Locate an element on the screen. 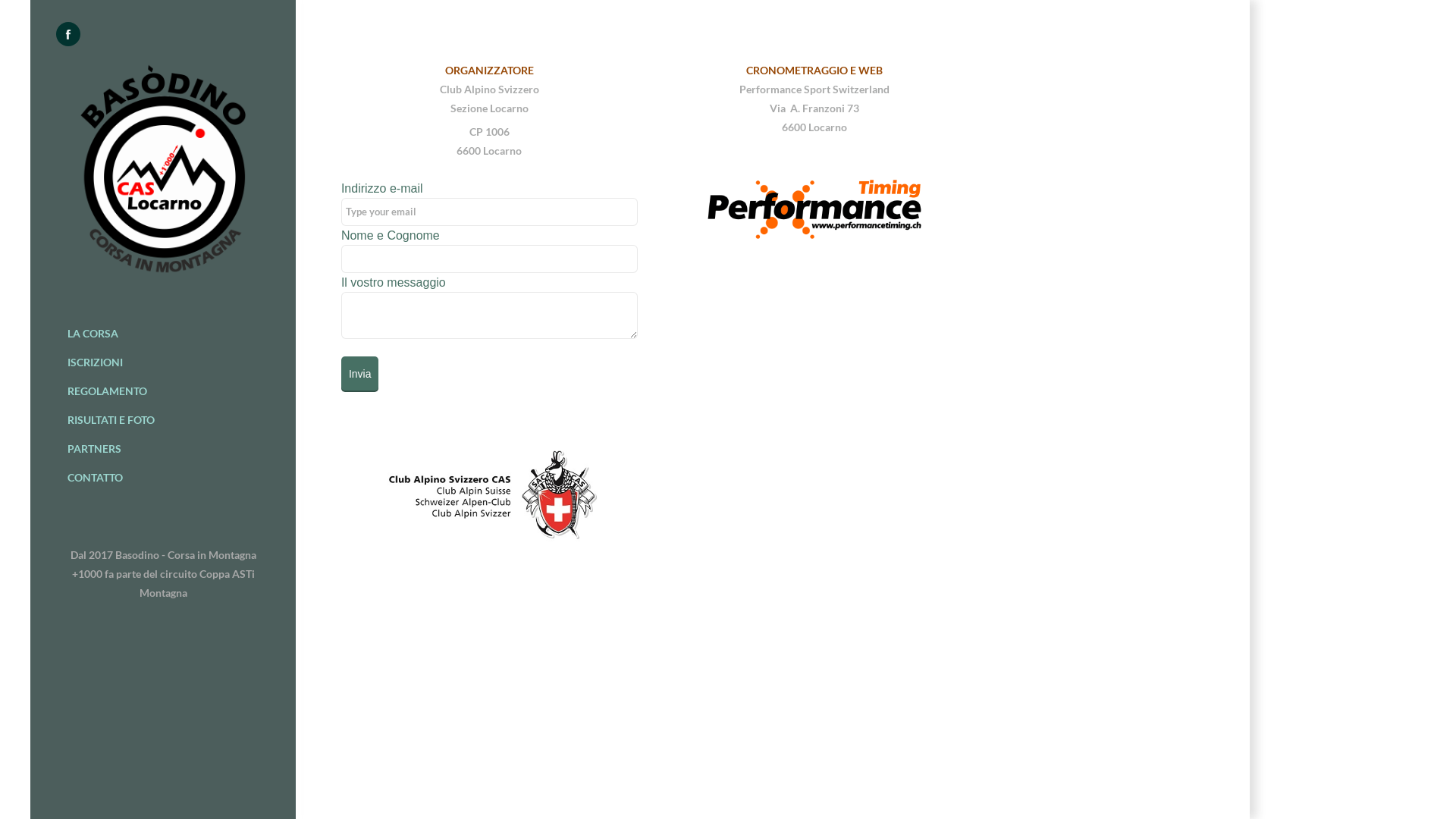 Image resolution: width=1456 pixels, height=819 pixels. 'Facebook' is located at coordinates (67, 34).